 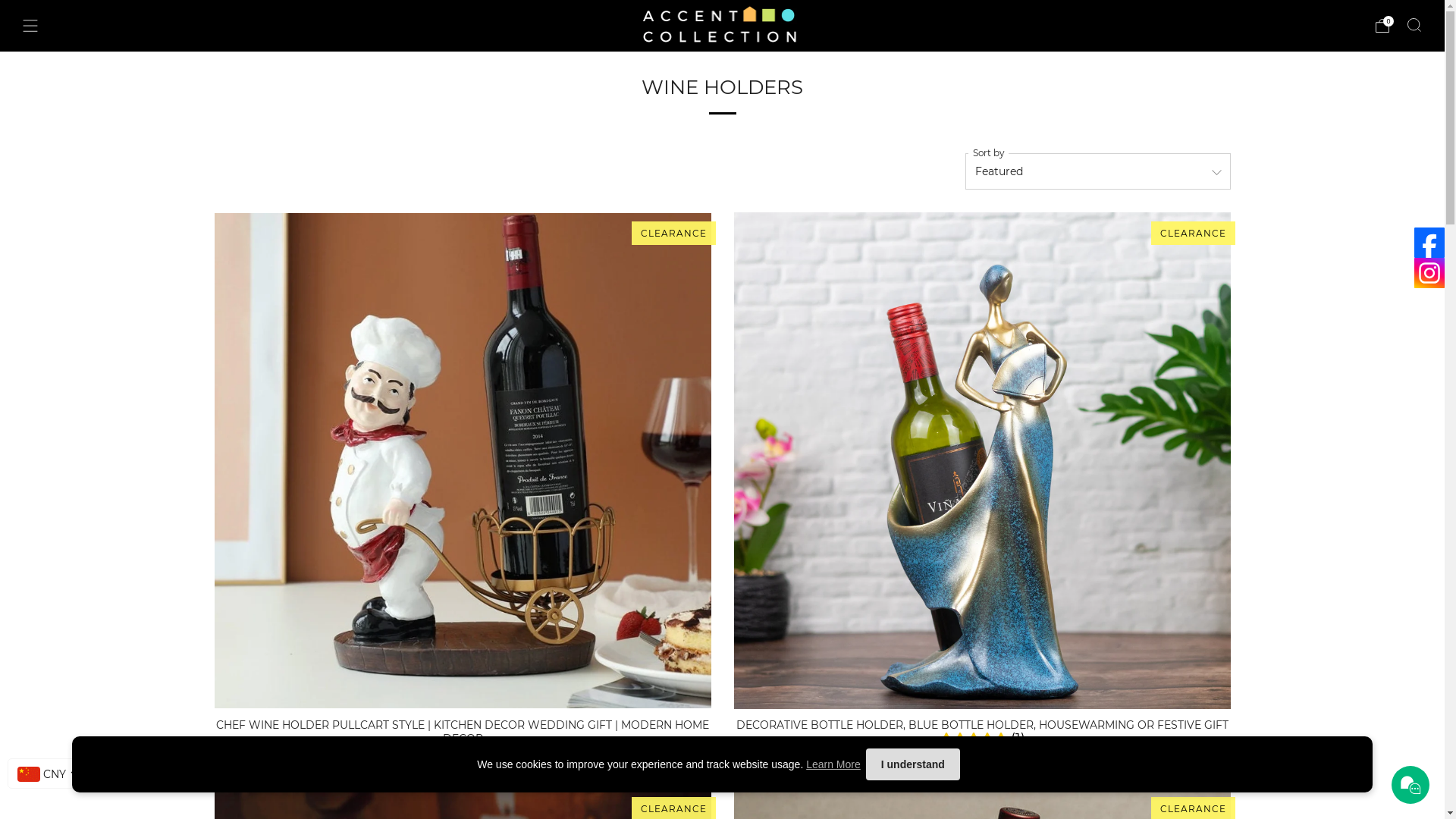 I want to click on '0', so click(x=1382, y=26).